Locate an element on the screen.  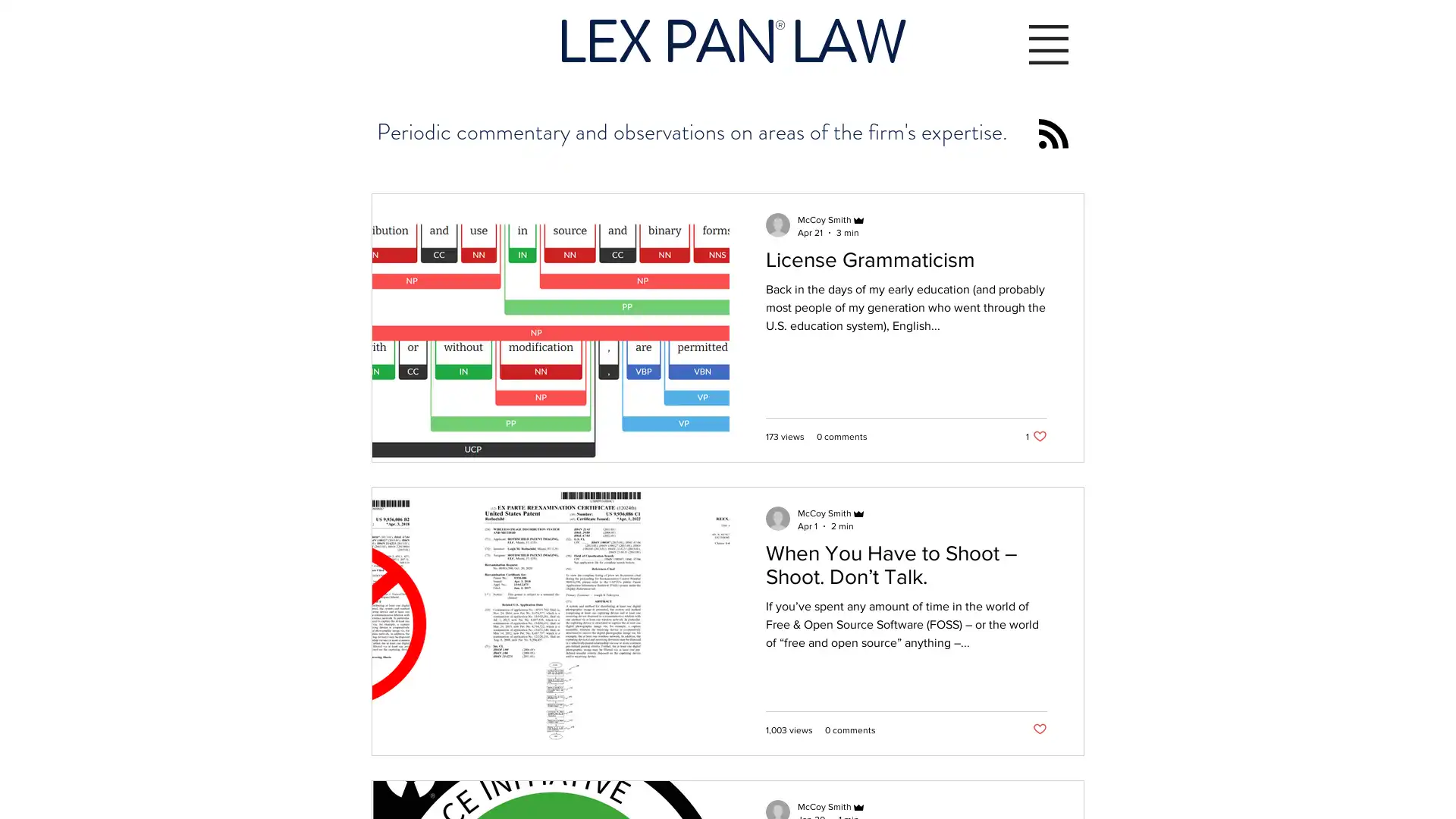
Post not marked as liked is located at coordinates (1039, 729).